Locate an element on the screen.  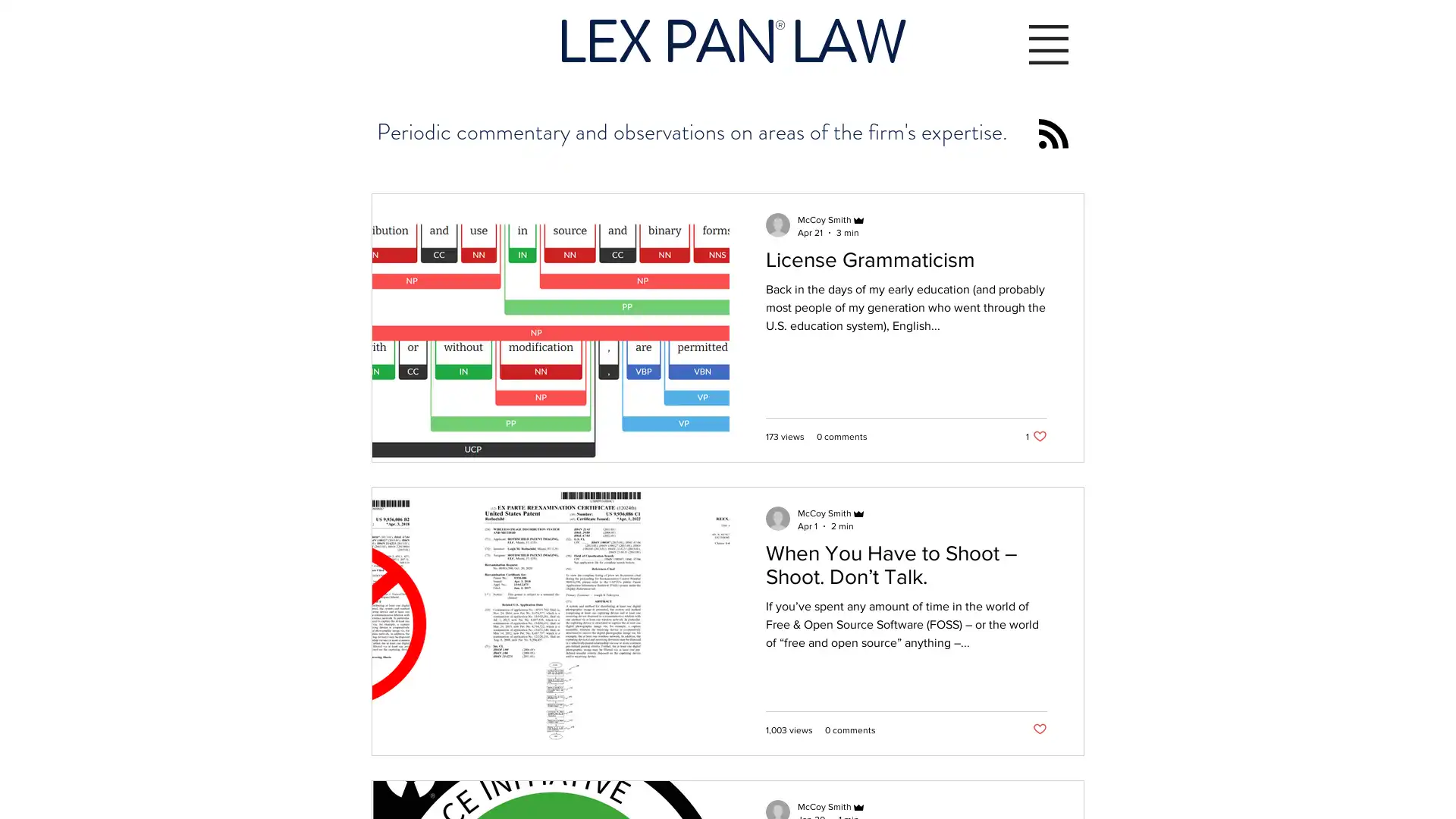
Post not marked as liked is located at coordinates (1039, 729).